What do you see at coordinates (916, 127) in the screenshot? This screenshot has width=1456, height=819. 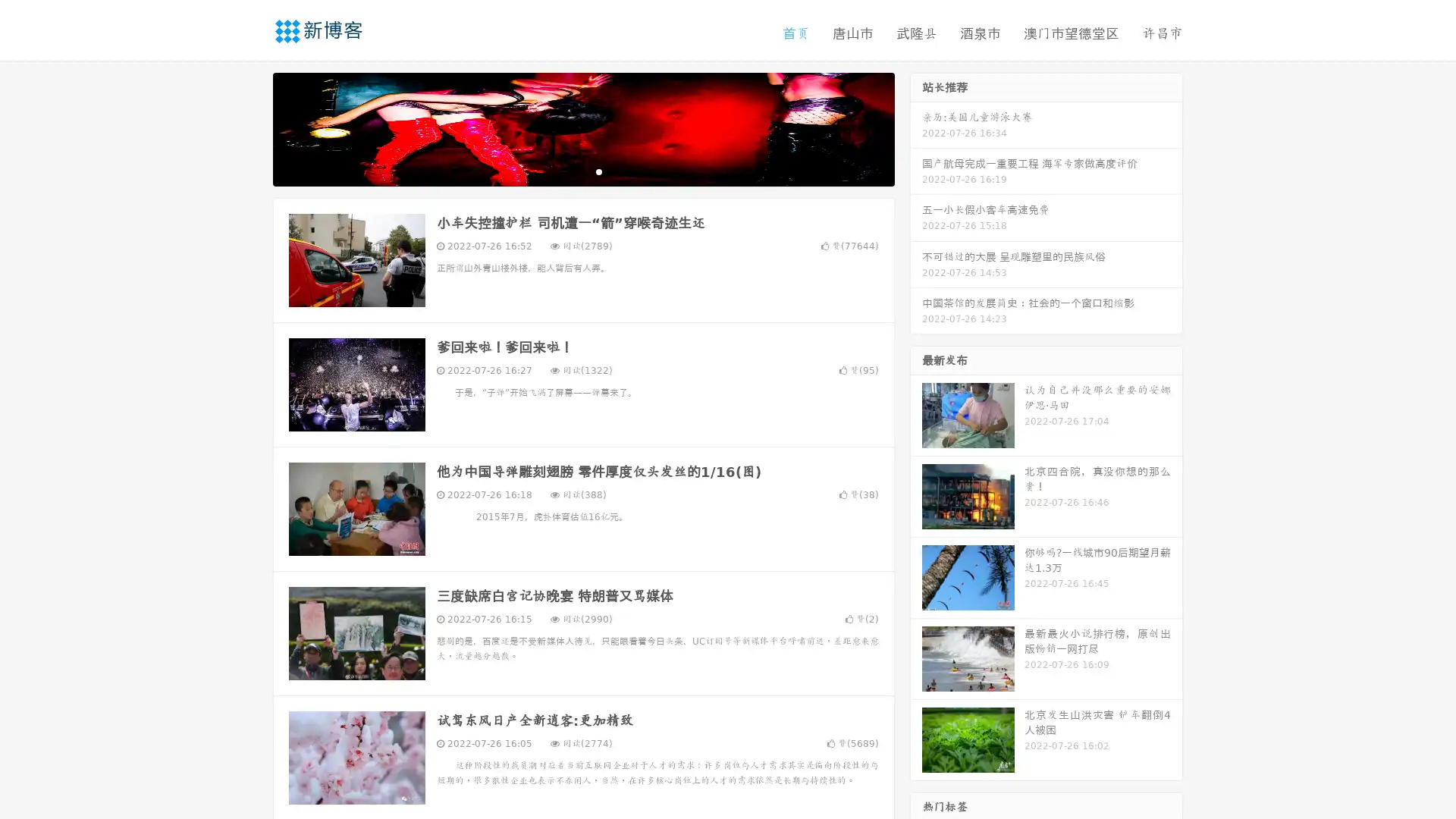 I see `Next slide` at bounding box center [916, 127].